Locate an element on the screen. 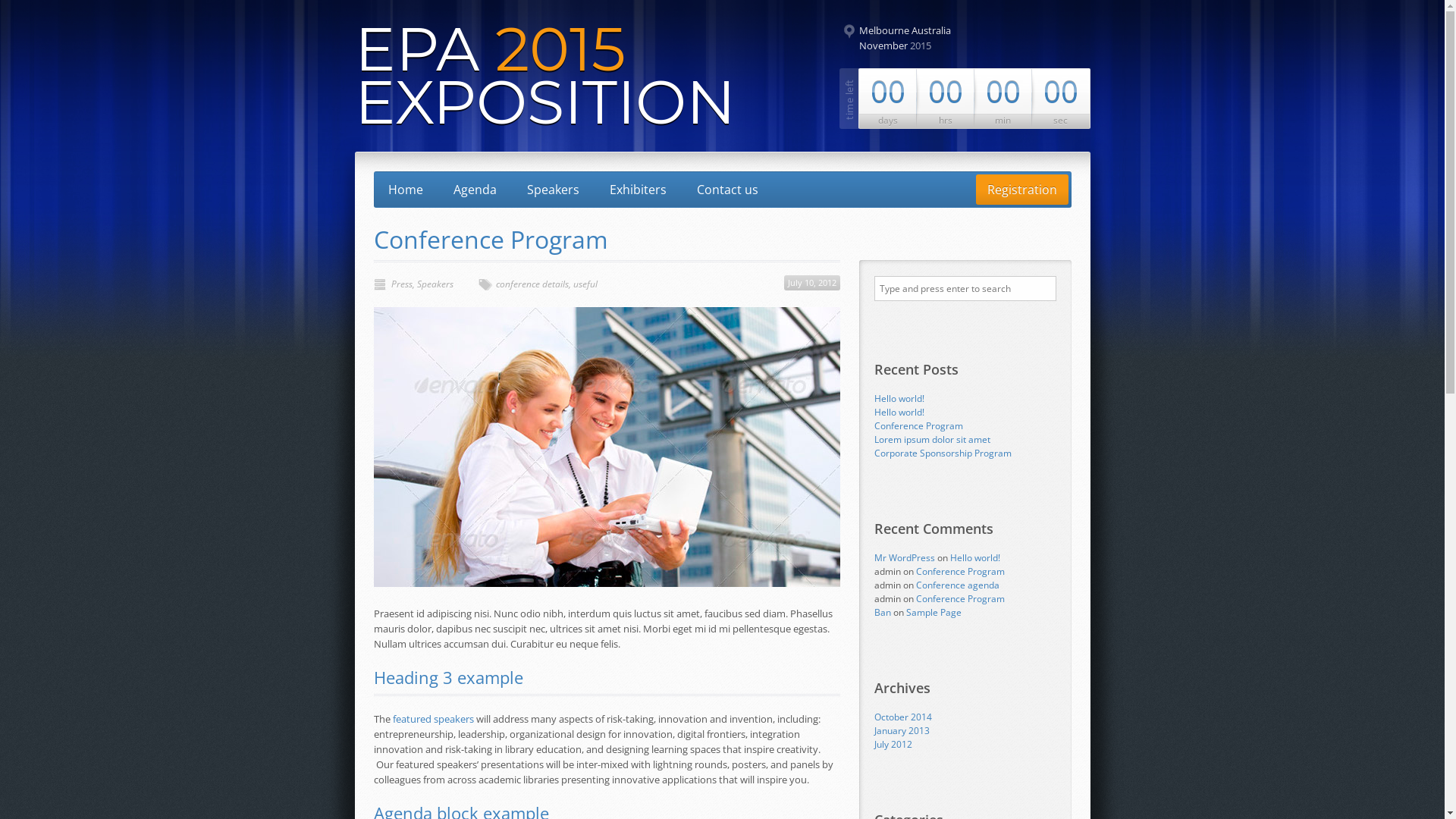 This screenshot has width=1456, height=819. 'Sample Page' is located at coordinates (905, 611).